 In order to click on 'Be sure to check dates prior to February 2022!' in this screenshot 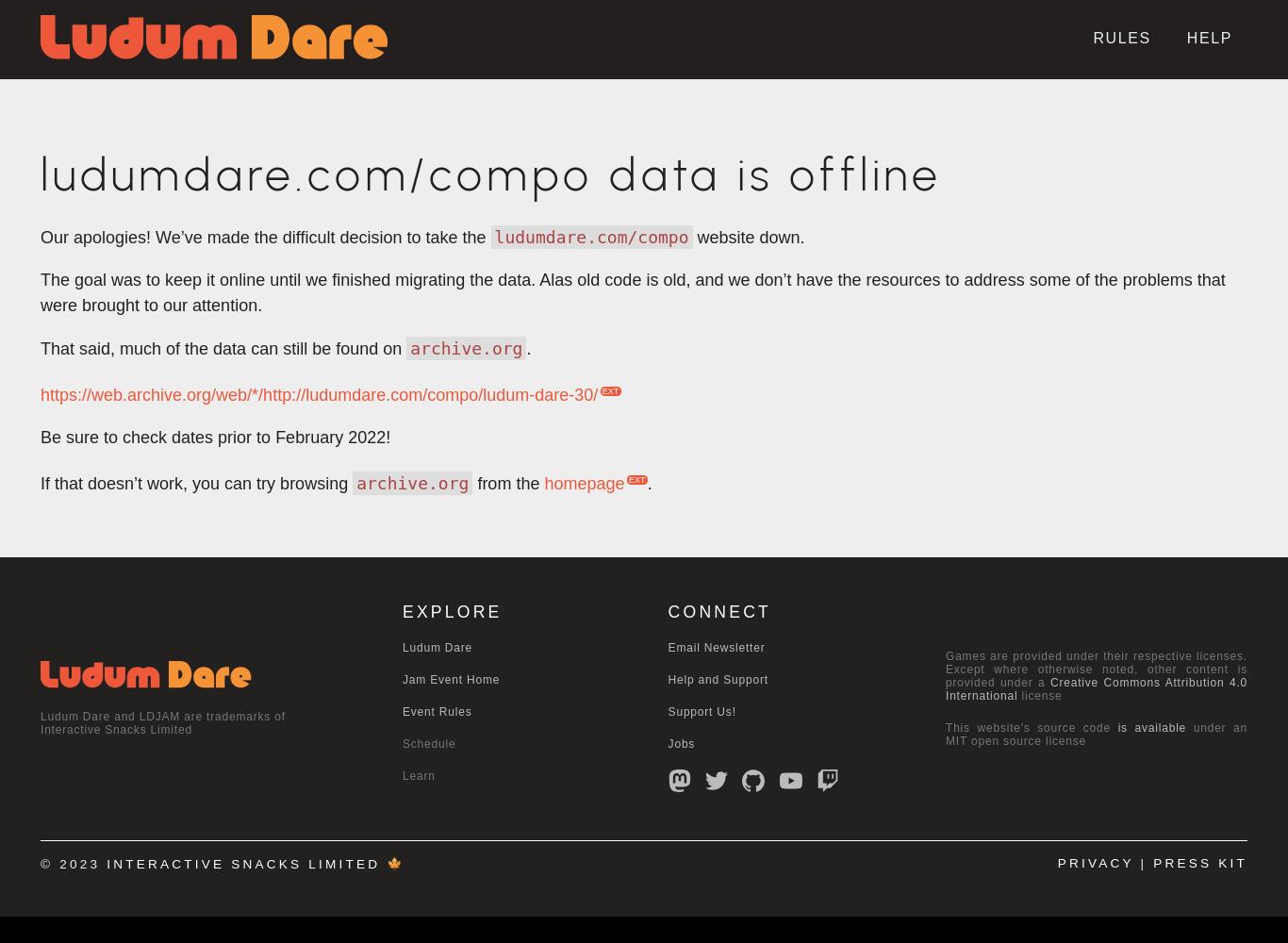, I will do `click(215, 437)`.